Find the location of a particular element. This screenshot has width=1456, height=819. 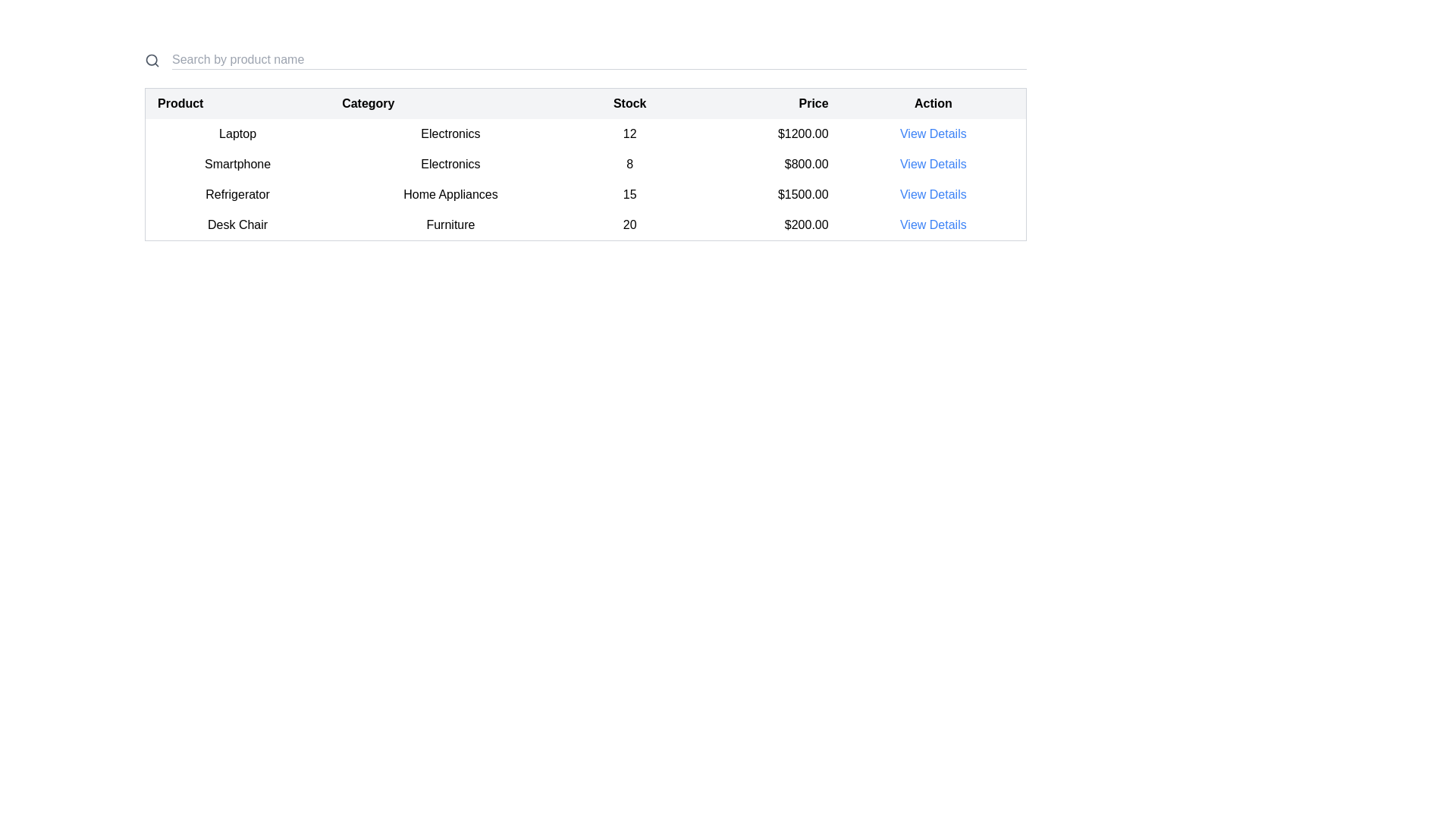

the text label displaying 'Furniture' in black font, located in the fourth row of the tabular layout under the 'Category' column is located at coordinates (450, 225).